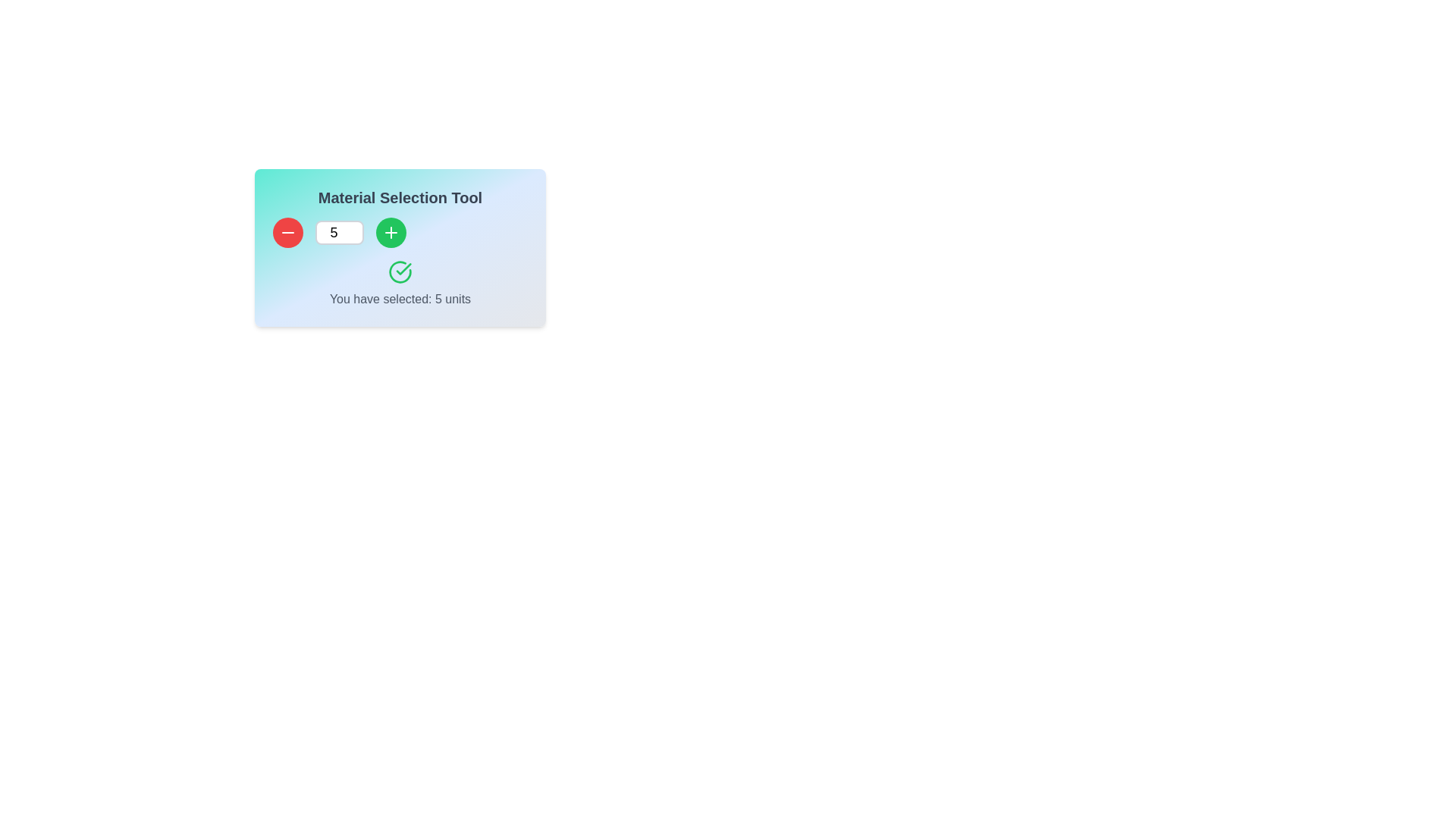  I want to click on the circular red decrement button located at the top-left of the 'Material Selection Tool' control card, so click(287, 233).